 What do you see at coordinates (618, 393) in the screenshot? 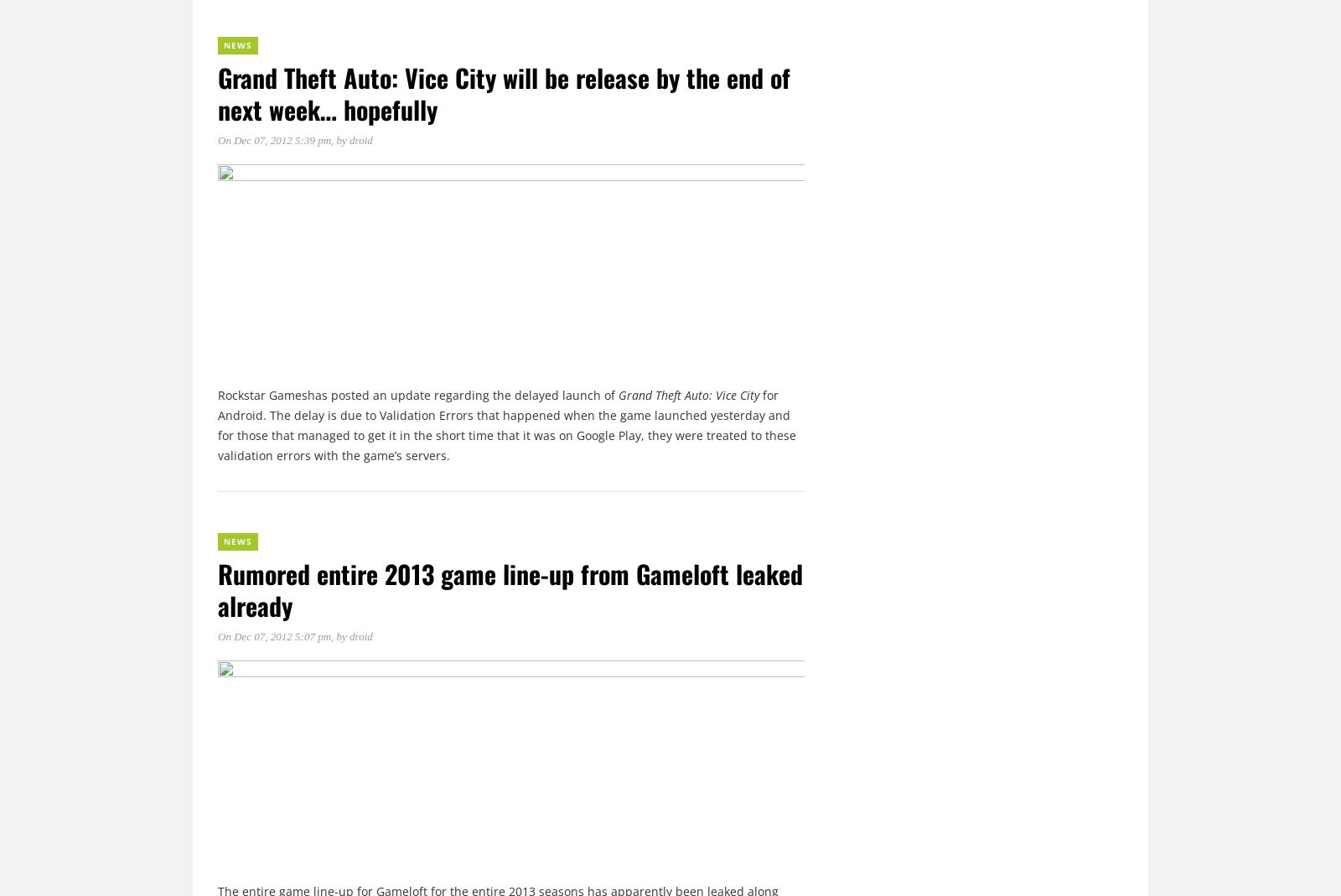
I see `'Grand Theft Auto: Vice City'` at bounding box center [618, 393].